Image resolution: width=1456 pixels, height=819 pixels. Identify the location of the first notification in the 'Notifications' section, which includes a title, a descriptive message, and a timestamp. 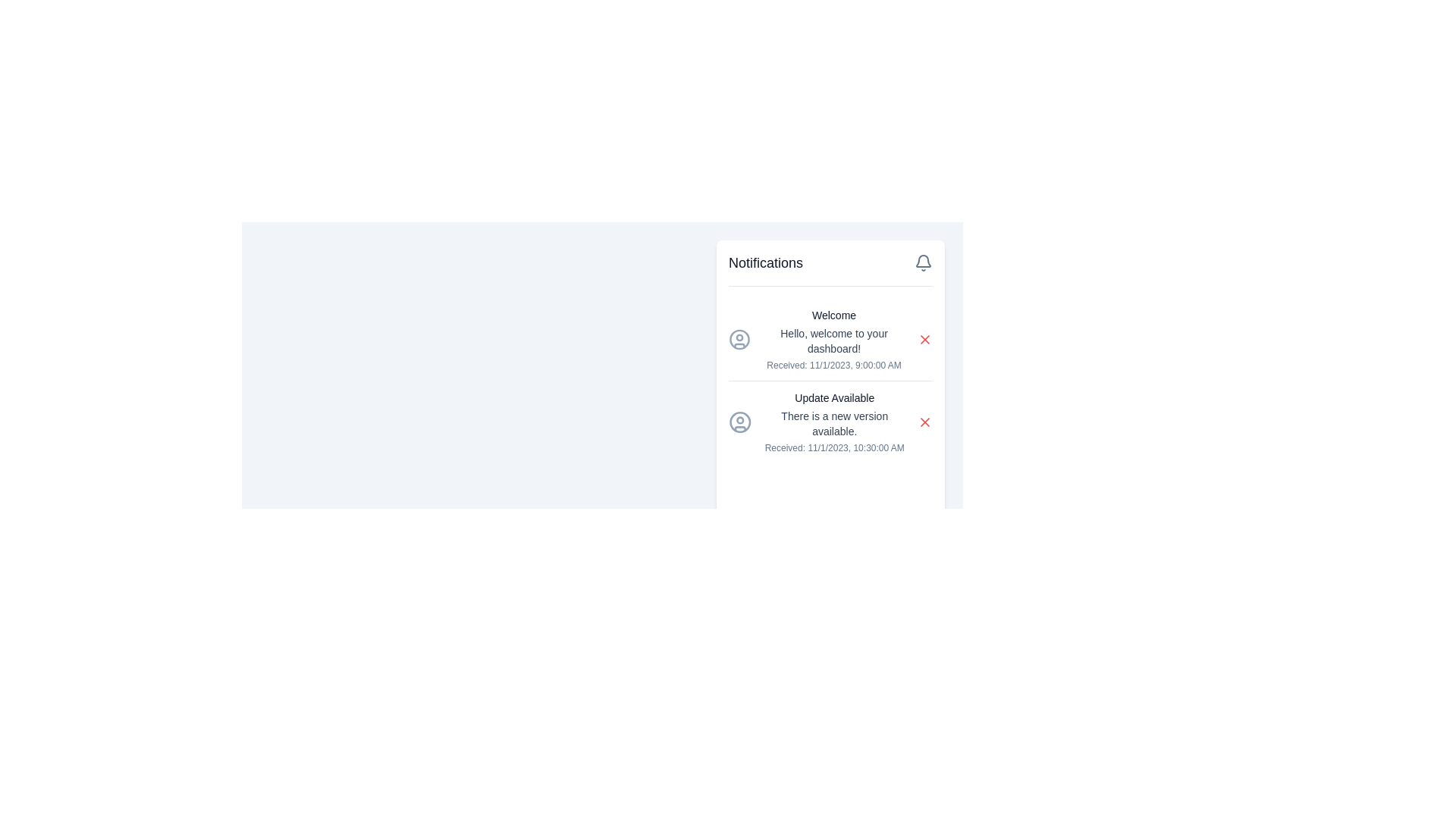
(833, 338).